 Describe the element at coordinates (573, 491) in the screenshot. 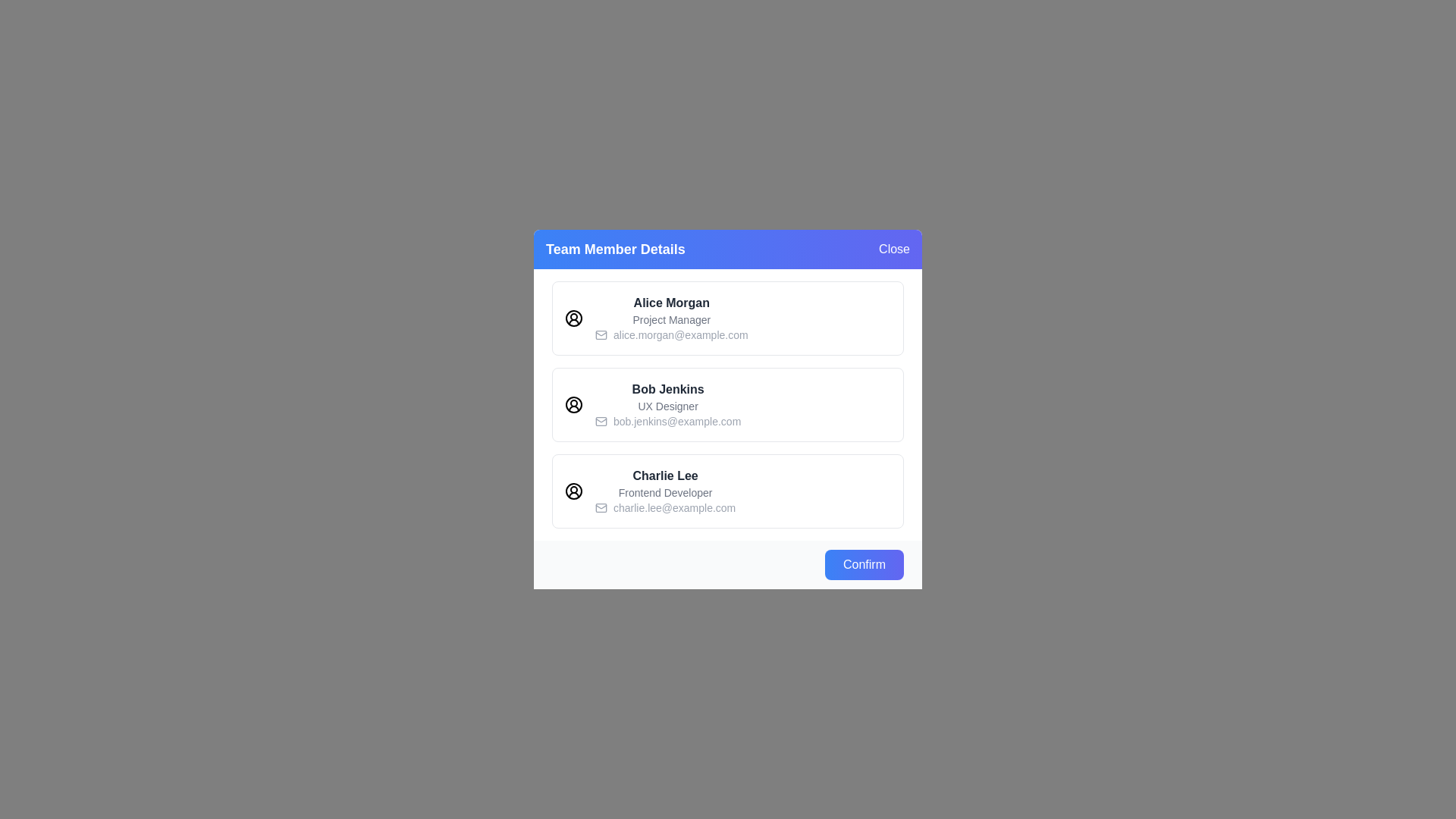

I see `the user avatar icon representing 'Charlie Lee', which is located at the top-left corner of his user card, the third in a vertically stacked list of user cards` at that location.